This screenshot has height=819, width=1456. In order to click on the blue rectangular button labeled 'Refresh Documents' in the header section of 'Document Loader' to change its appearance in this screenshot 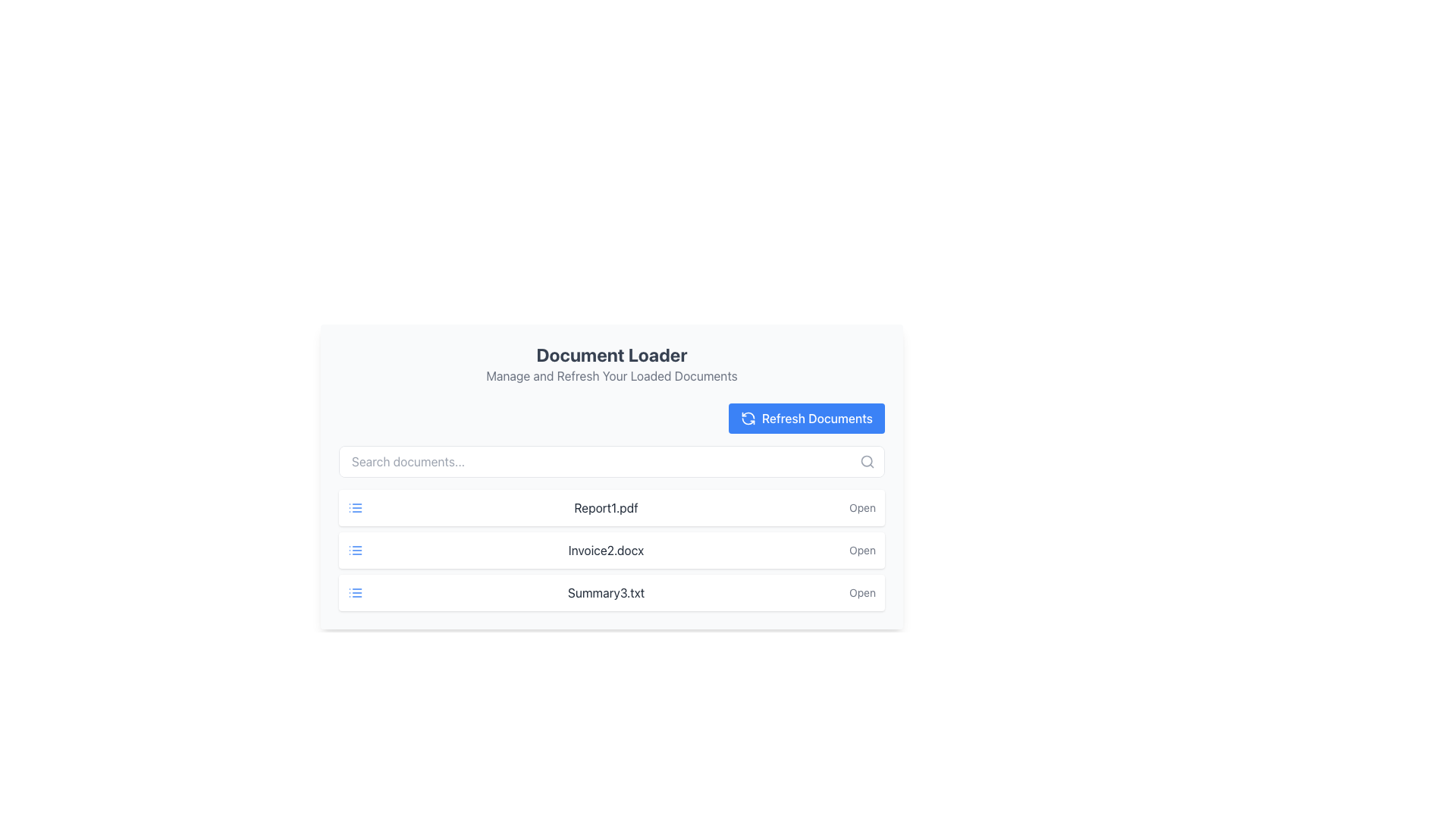, I will do `click(805, 418)`.